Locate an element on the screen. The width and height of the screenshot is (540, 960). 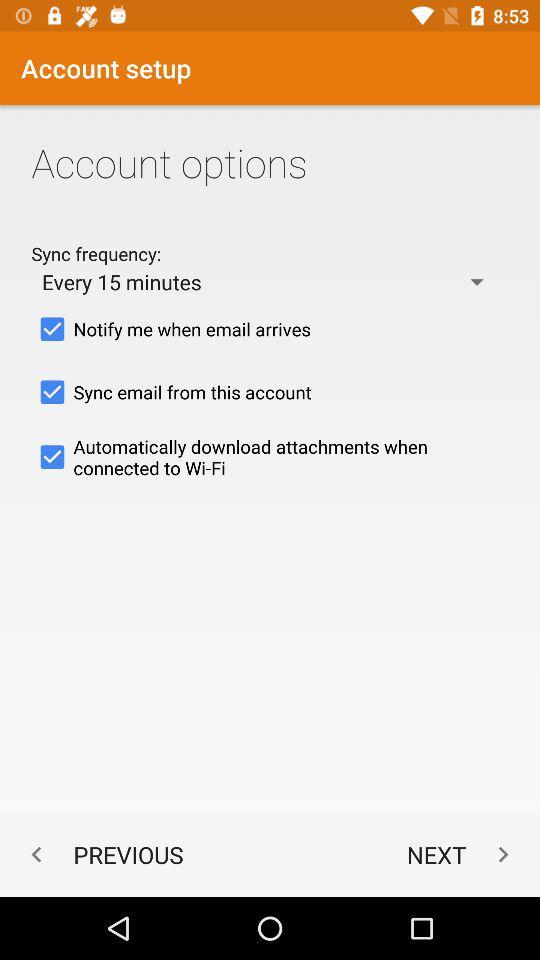
the sync email from item is located at coordinates (270, 391).